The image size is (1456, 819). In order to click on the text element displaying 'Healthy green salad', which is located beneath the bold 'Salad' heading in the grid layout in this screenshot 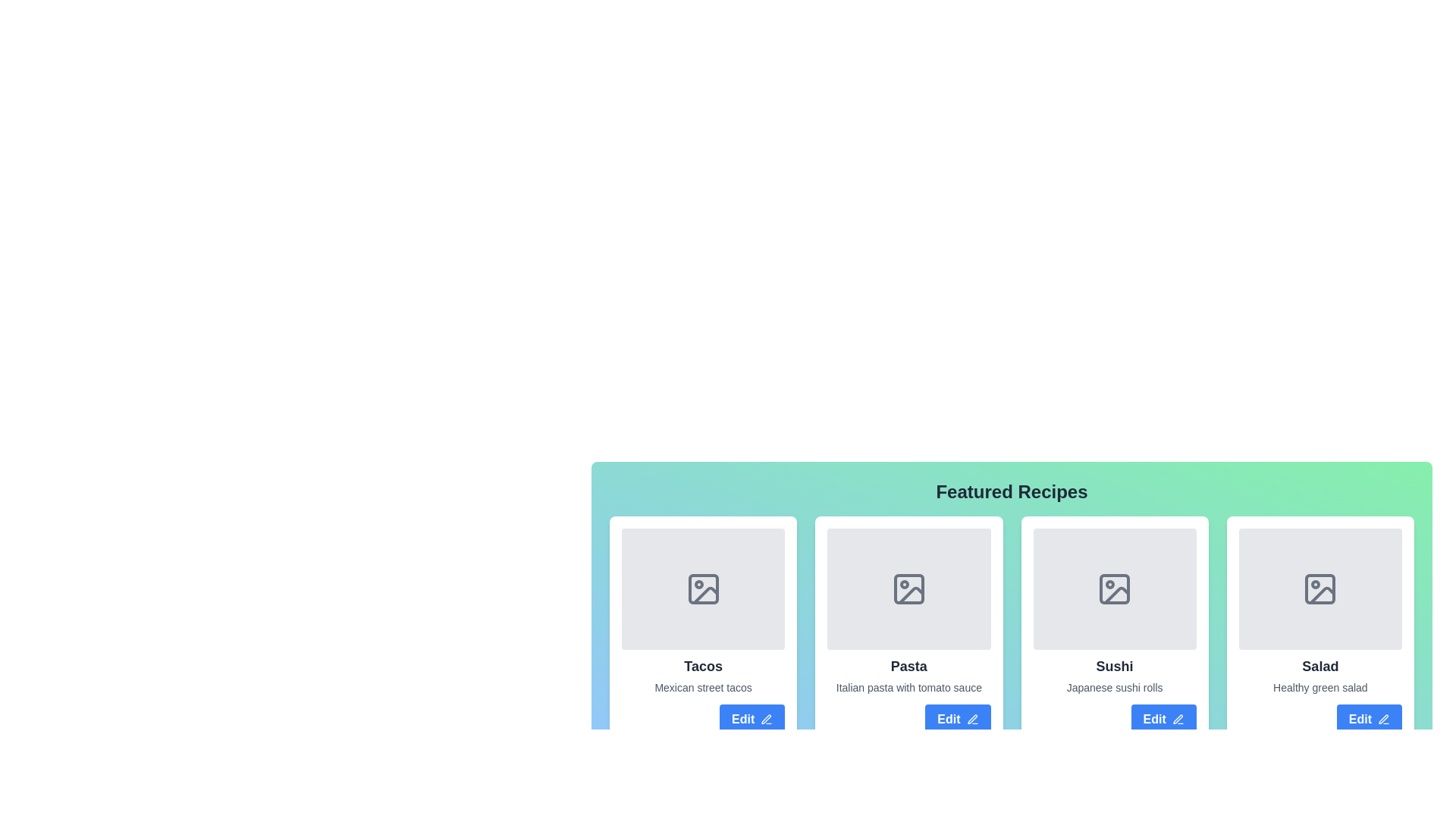, I will do `click(1319, 687)`.